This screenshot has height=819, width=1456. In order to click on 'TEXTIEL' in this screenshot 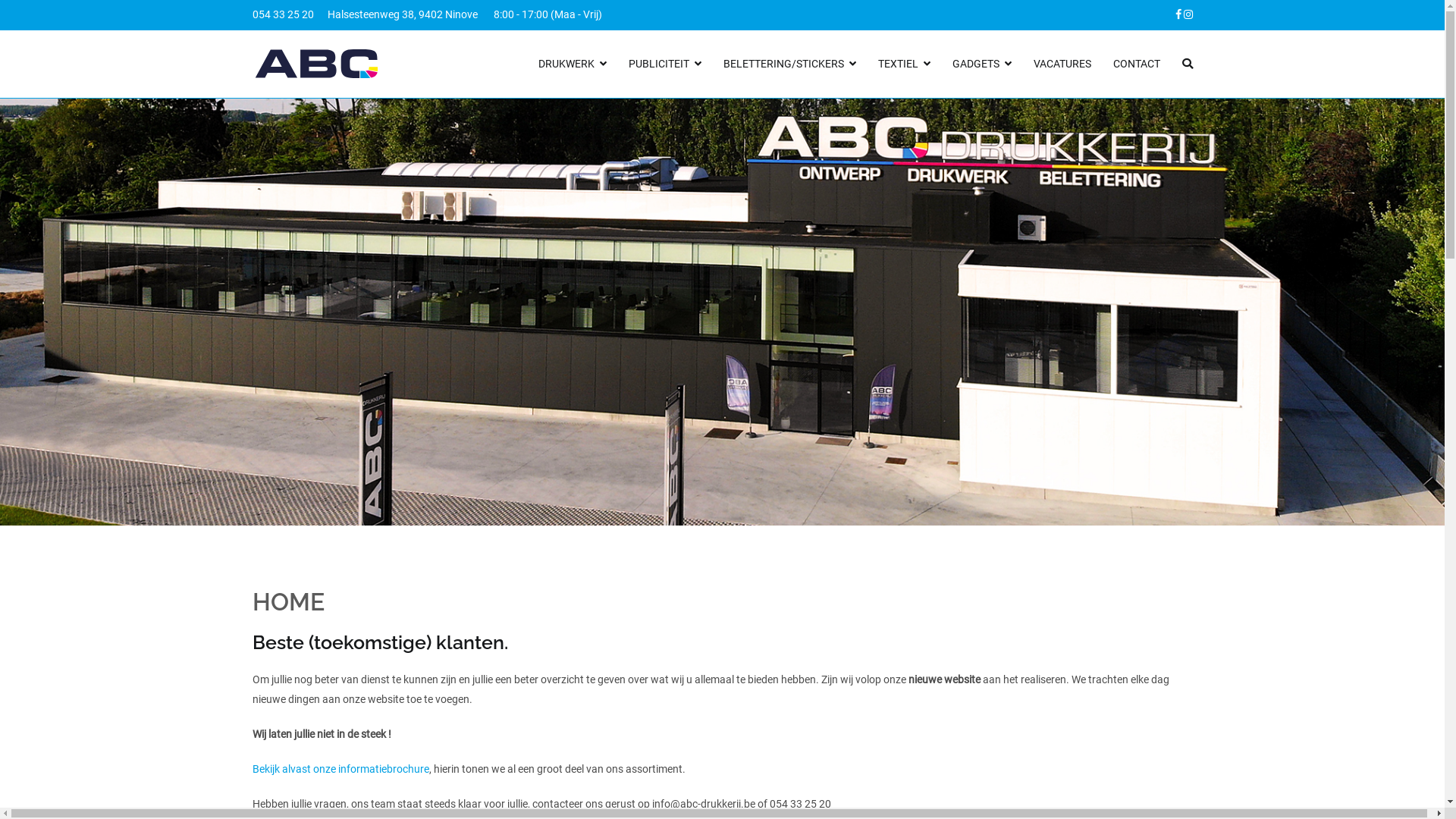, I will do `click(904, 63)`.